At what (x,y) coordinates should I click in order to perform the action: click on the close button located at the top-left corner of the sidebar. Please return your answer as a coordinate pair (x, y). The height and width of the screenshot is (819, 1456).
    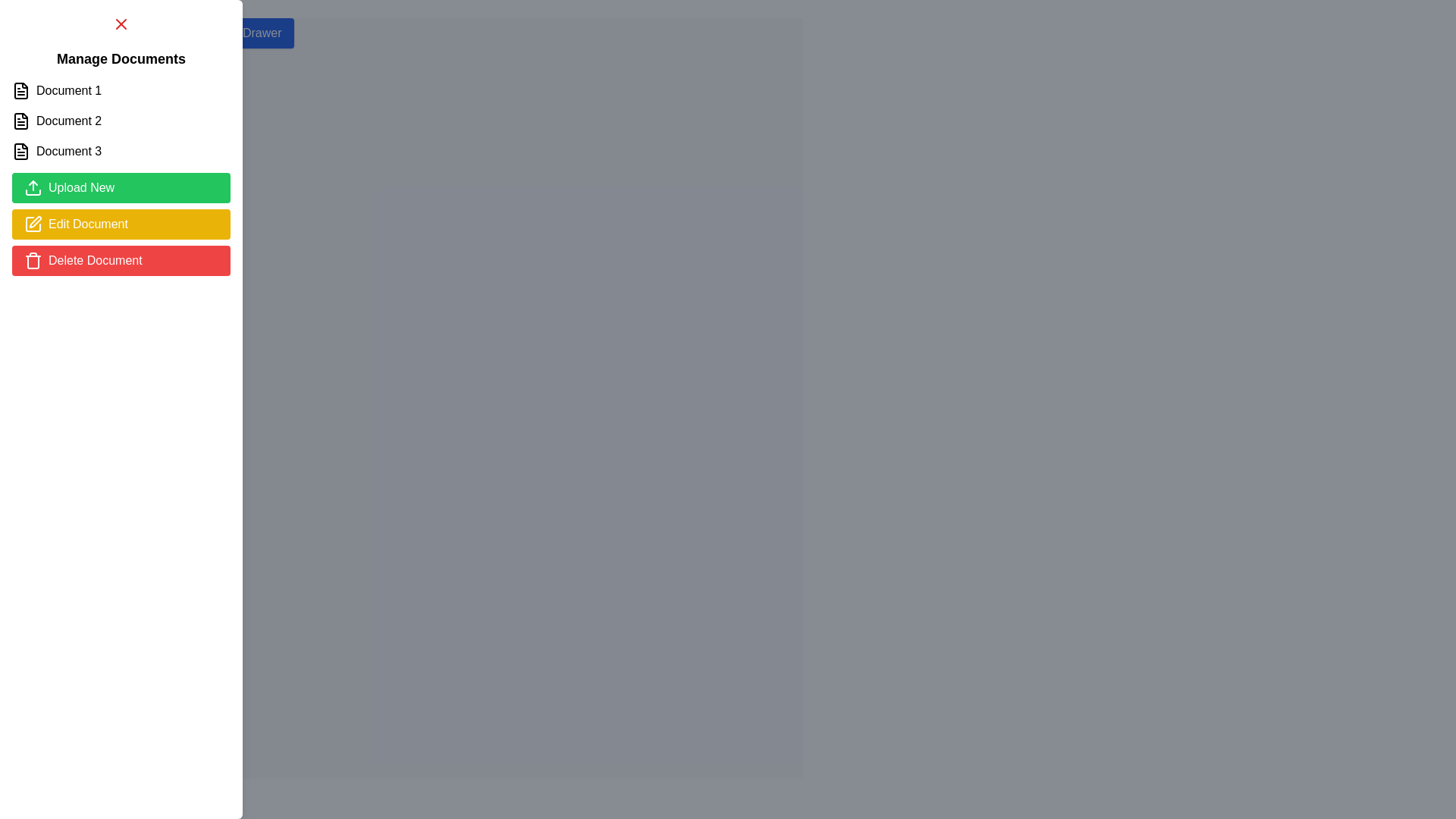
    Looking at the image, I should click on (120, 24).